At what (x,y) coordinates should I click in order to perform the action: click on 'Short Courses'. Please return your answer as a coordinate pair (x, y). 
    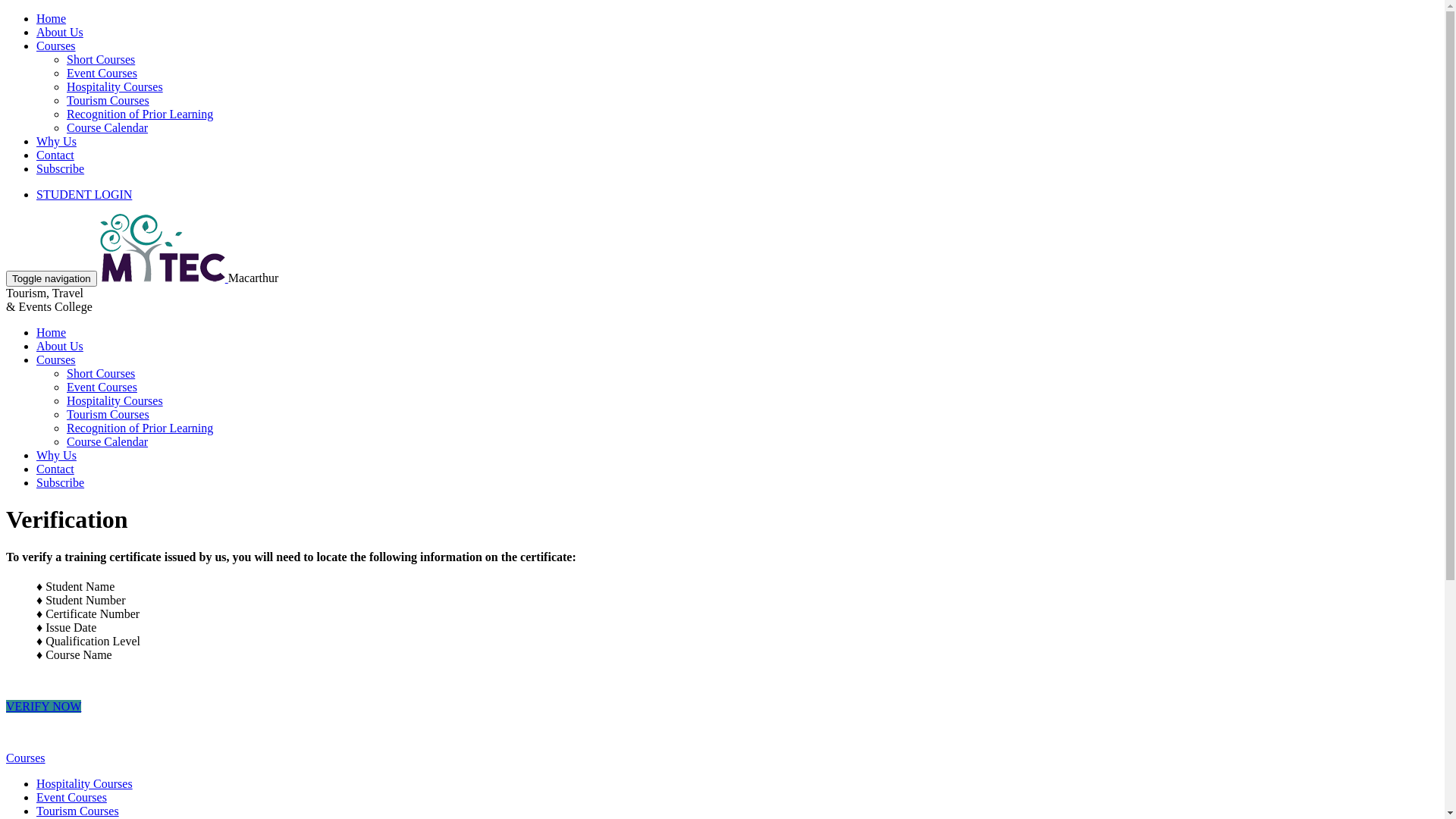
    Looking at the image, I should click on (100, 373).